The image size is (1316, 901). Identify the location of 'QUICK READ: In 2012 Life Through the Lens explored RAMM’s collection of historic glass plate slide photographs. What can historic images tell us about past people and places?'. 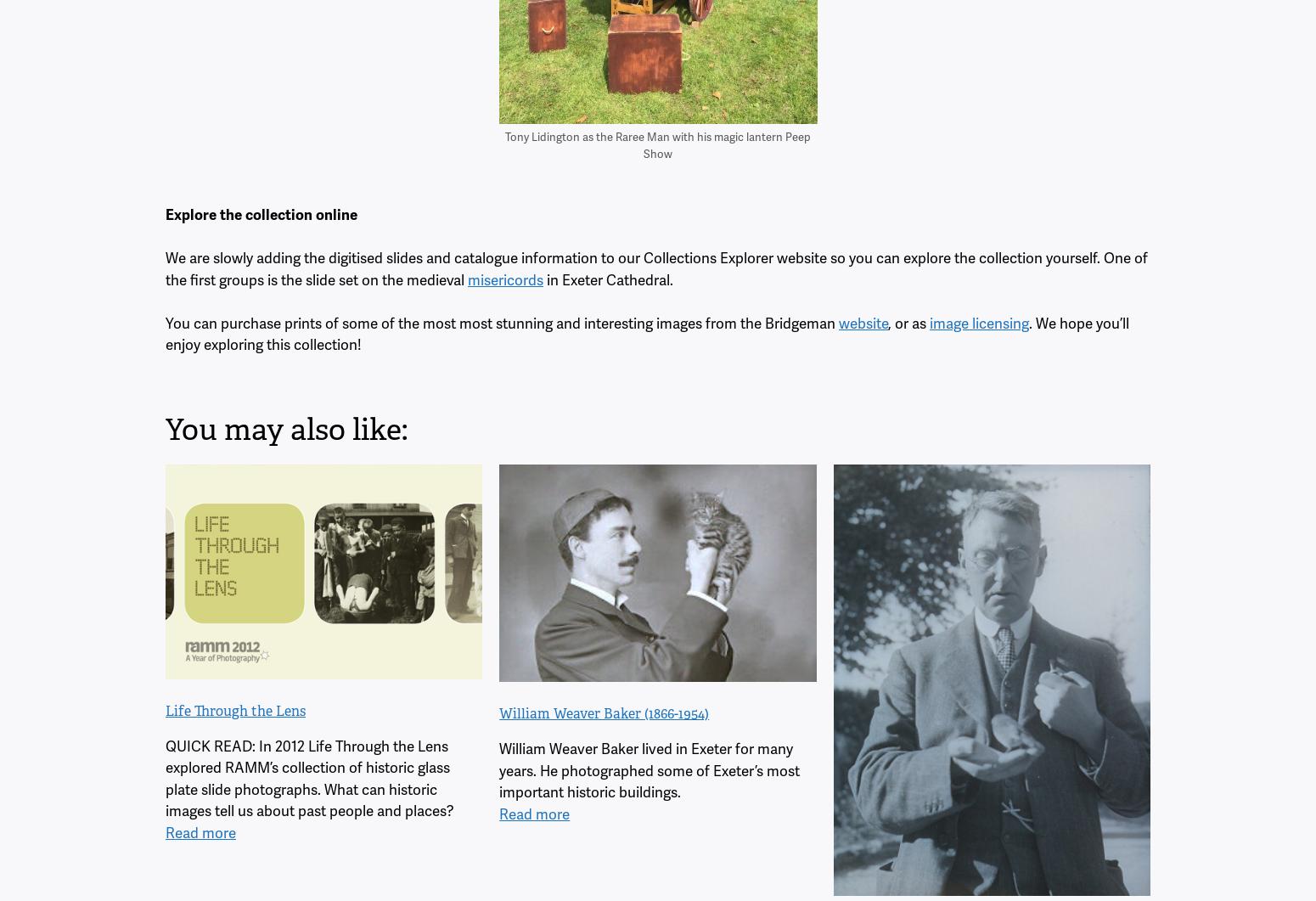
(309, 777).